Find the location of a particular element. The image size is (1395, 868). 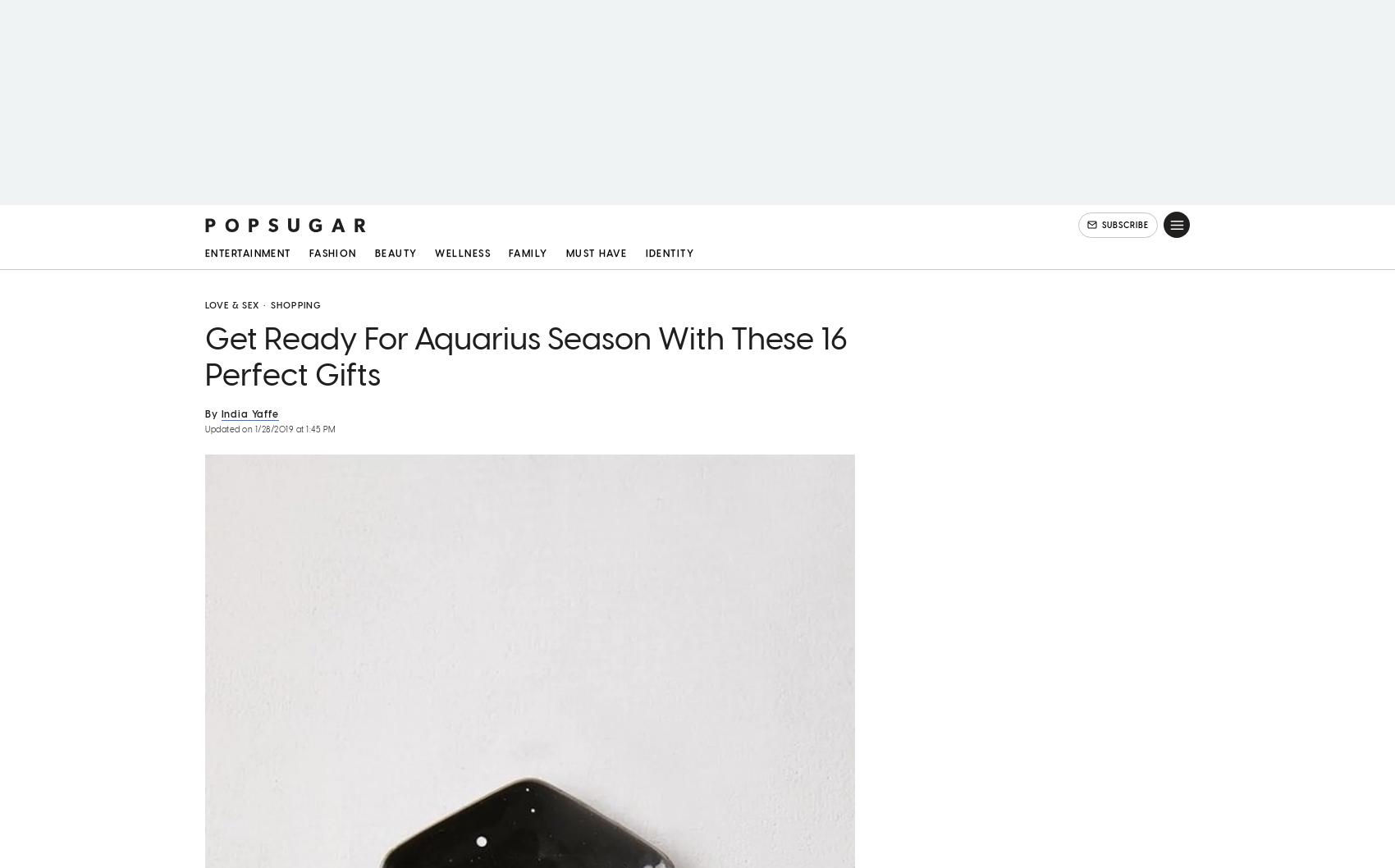

'Shopping' is located at coordinates (295, 310).